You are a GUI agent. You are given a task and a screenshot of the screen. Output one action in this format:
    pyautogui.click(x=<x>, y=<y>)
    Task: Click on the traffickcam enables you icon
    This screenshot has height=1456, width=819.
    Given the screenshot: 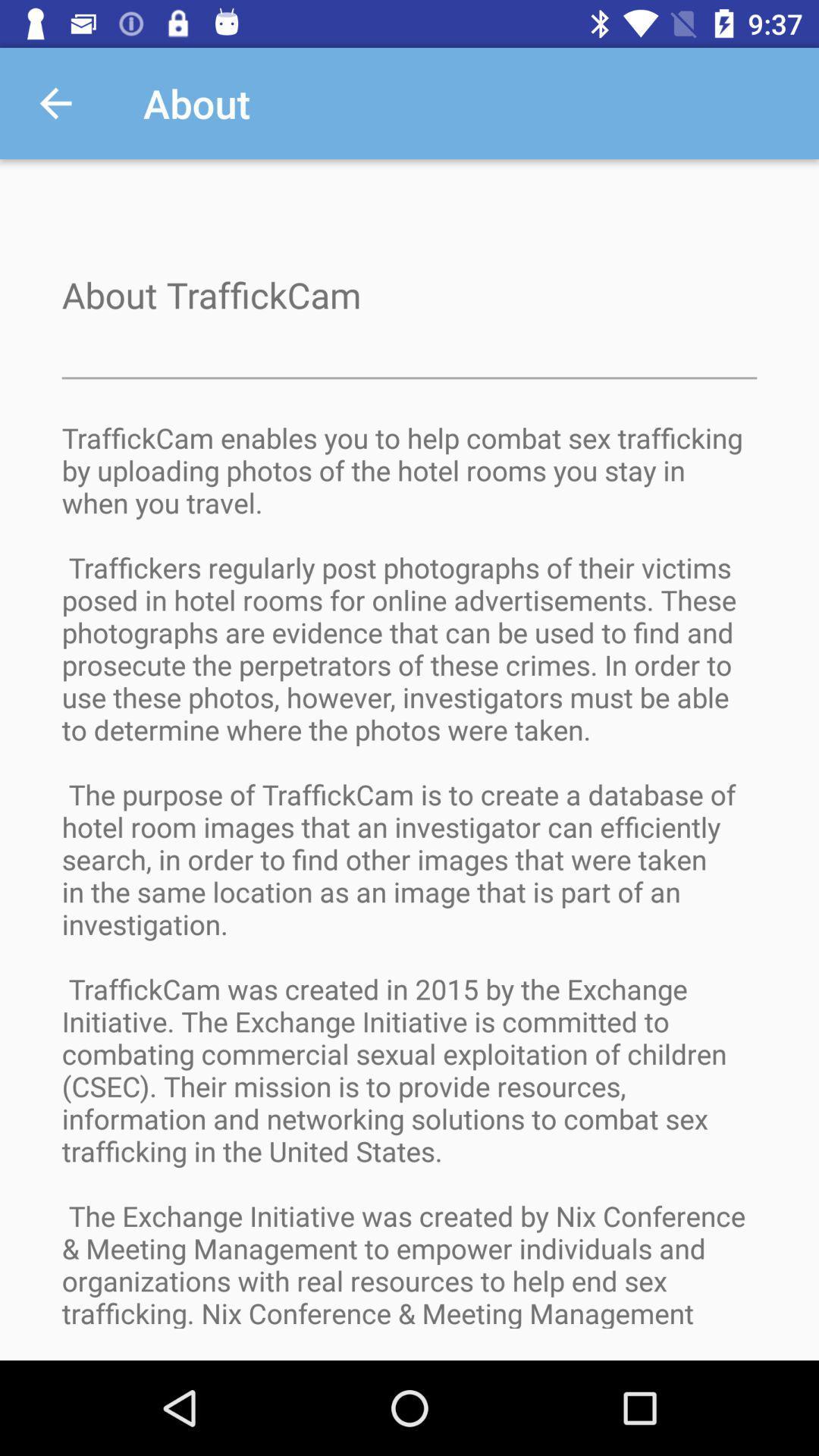 What is the action you would take?
    pyautogui.click(x=409, y=890)
    